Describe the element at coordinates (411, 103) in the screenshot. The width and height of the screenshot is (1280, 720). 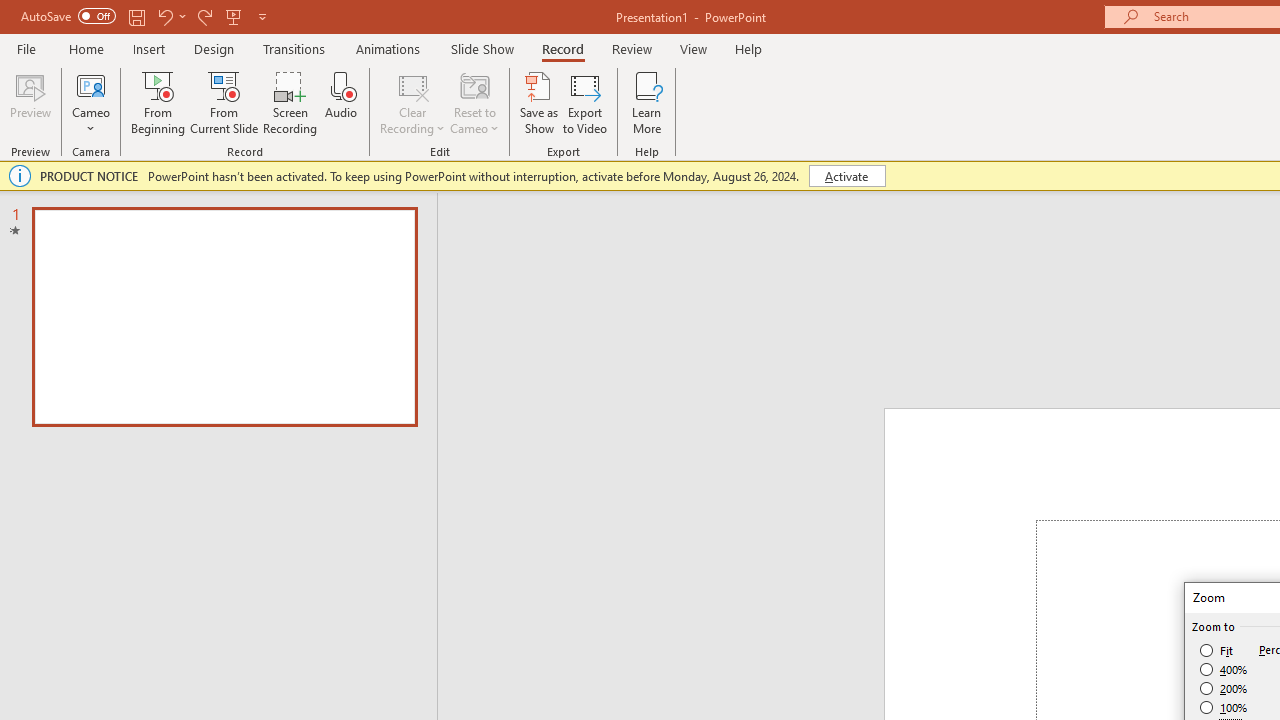
I see `'Clear Recording'` at that location.